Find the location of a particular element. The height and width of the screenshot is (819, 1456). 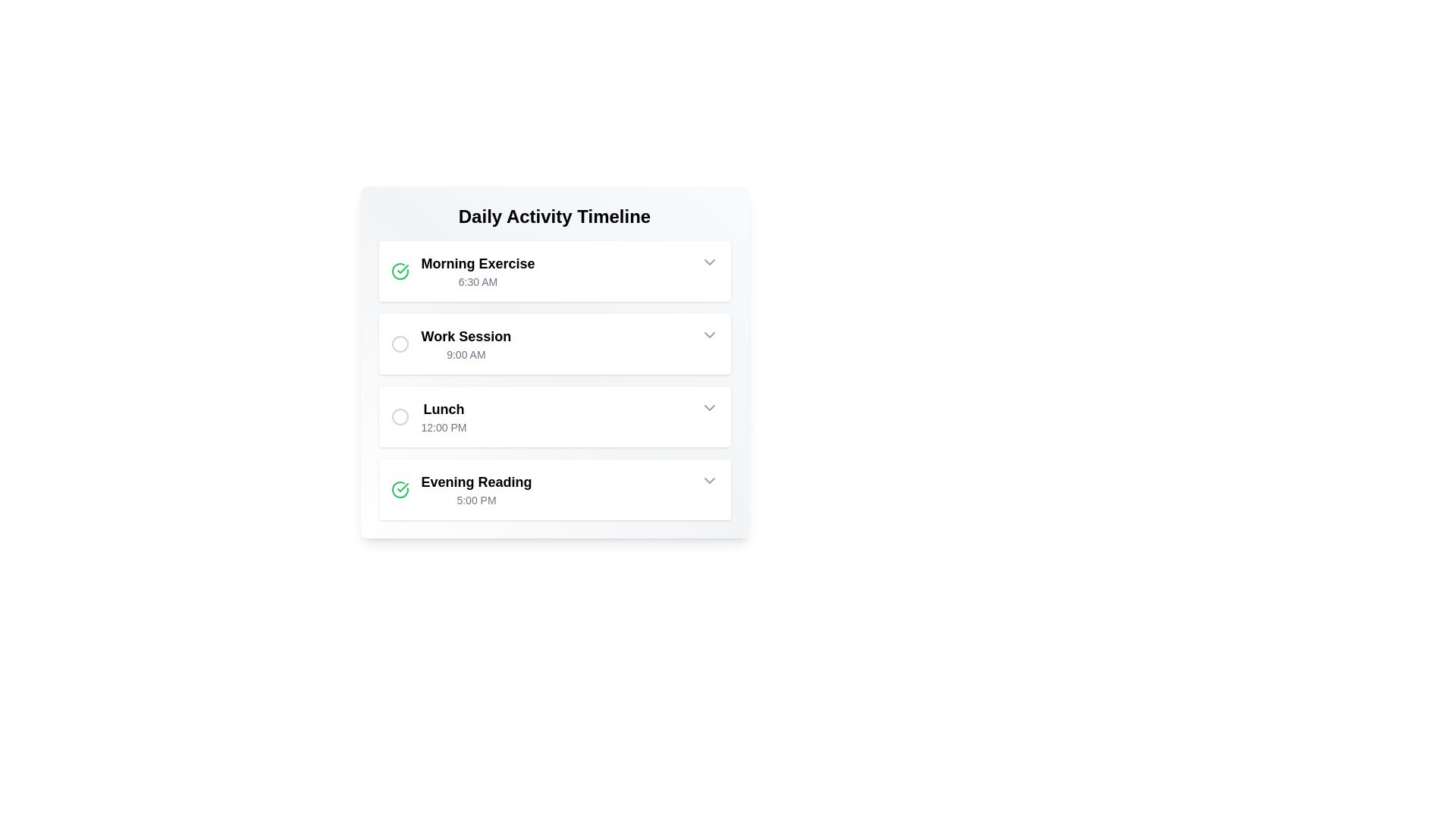

the activity name text block located in the Daily Activity Timeline section is located at coordinates (477, 271).